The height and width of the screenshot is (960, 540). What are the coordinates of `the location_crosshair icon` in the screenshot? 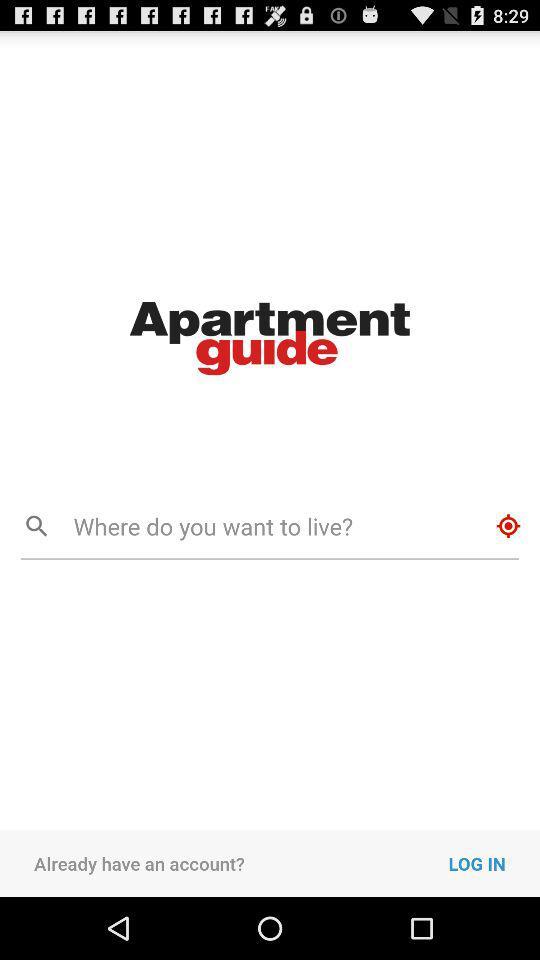 It's located at (508, 563).